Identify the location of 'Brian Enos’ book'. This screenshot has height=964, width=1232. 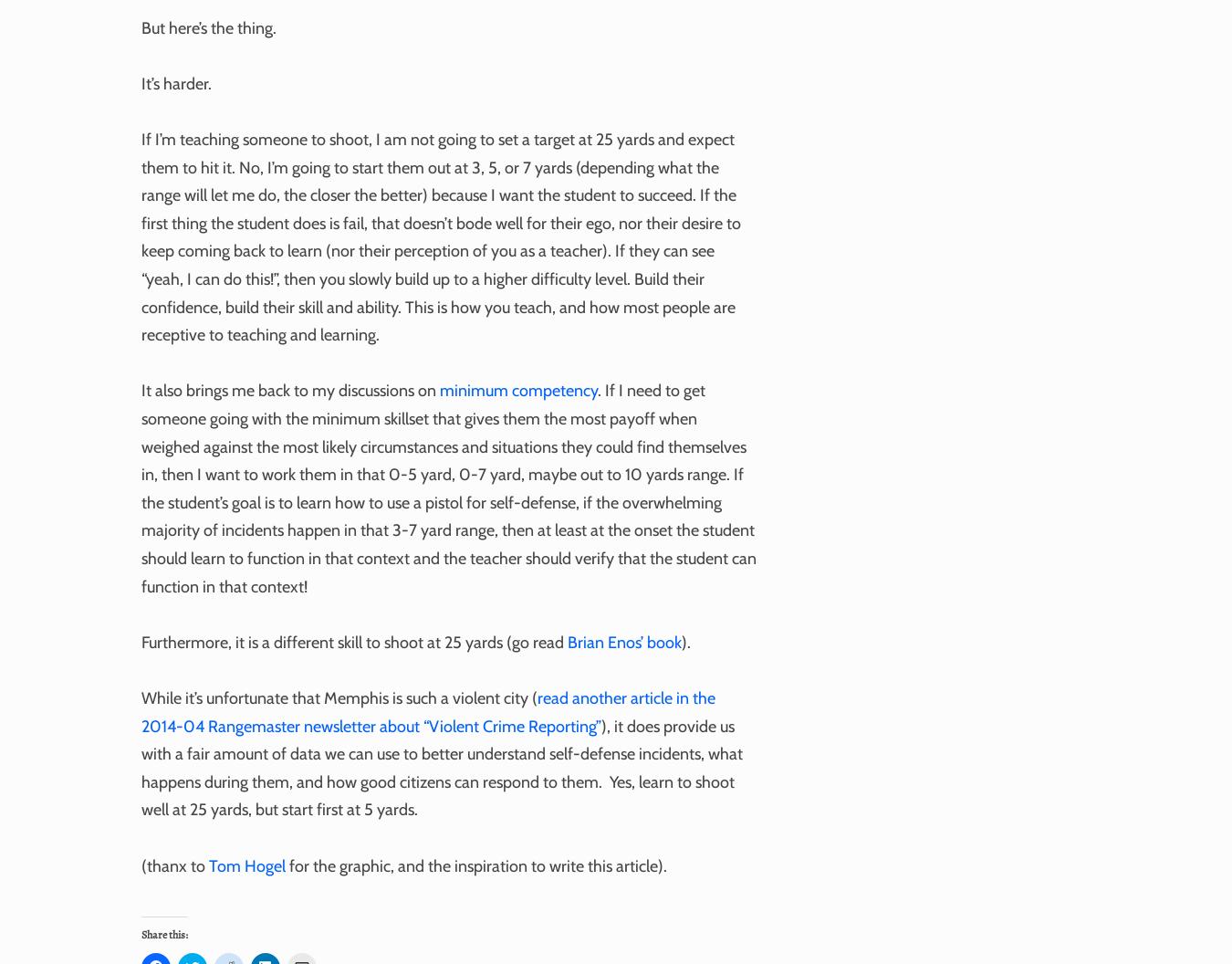
(623, 641).